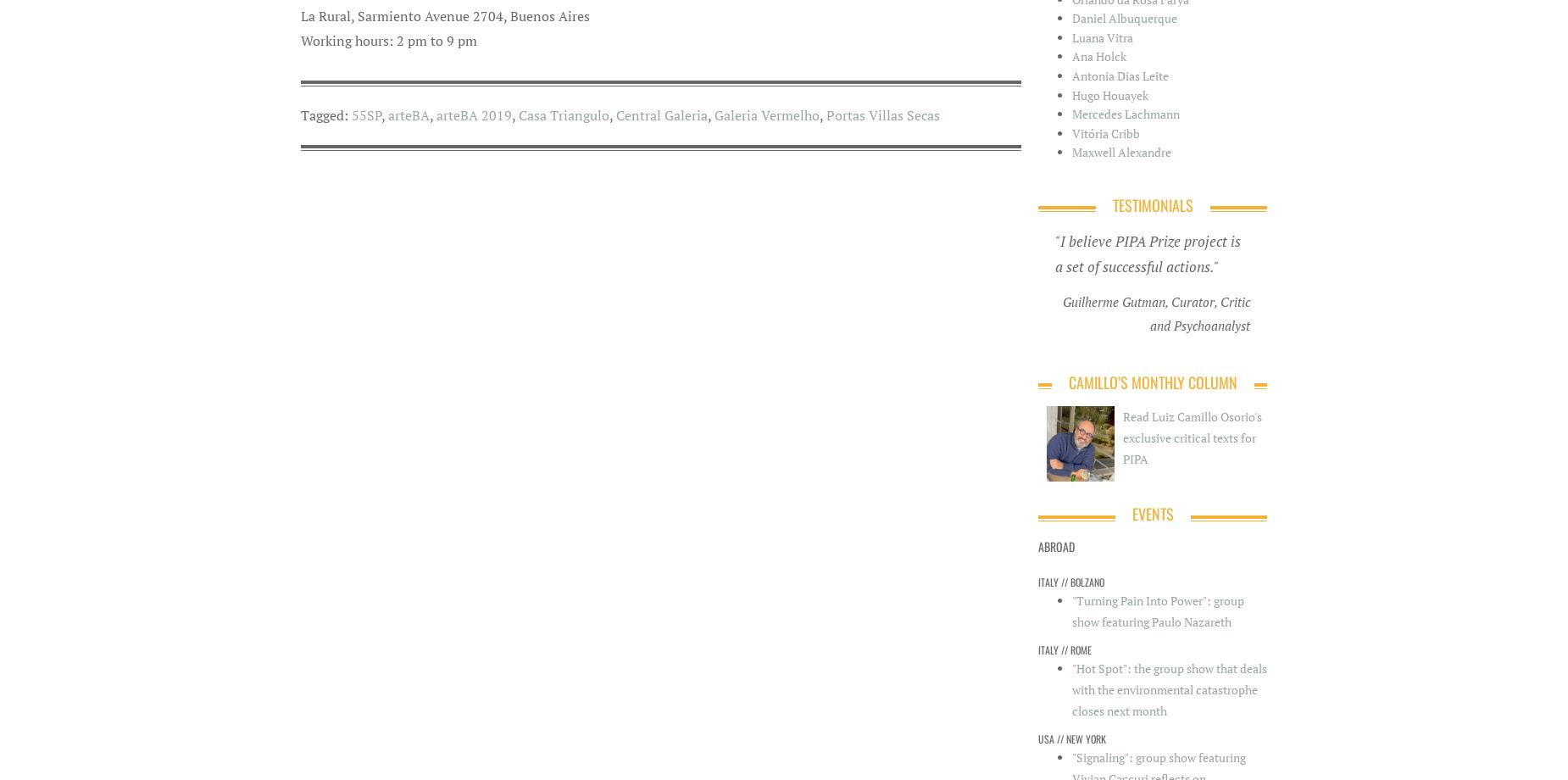 This screenshot has height=780, width=1568. I want to click on 'Tagged:', so click(323, 113).